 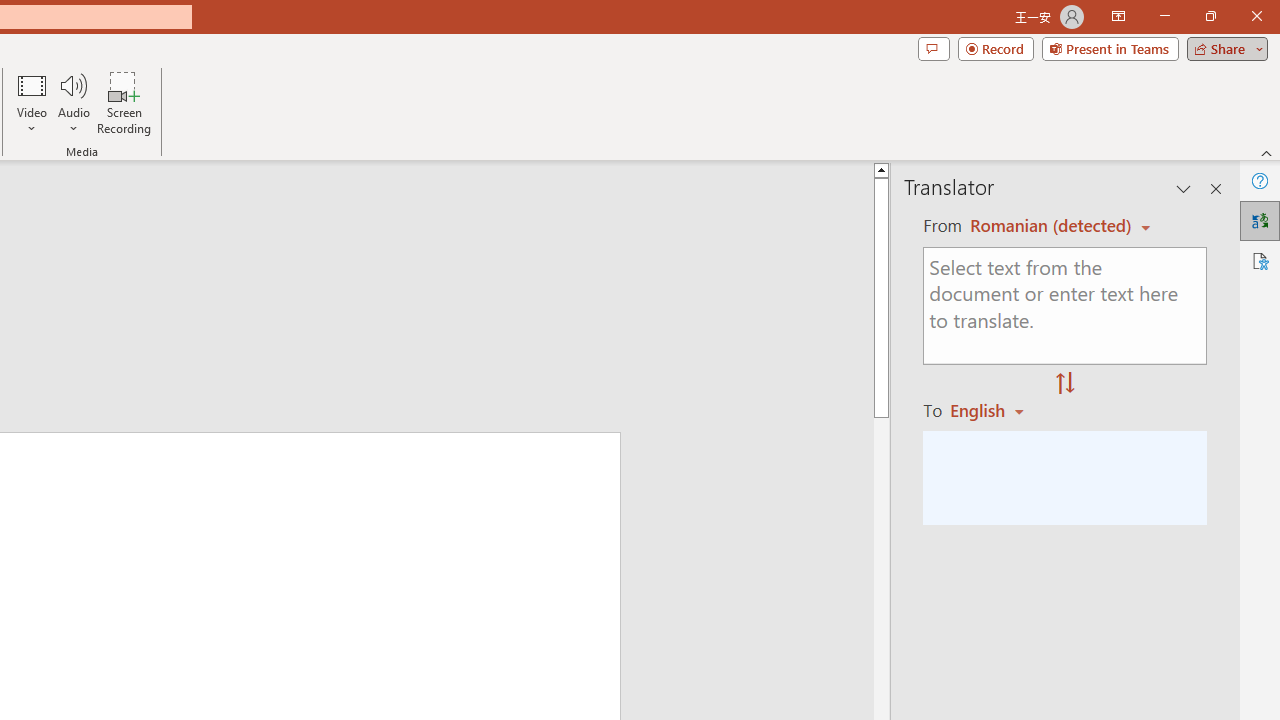 What do you see at coordinates (1046, 225) in the screenshot?
I see `'Romanian (detected)'` at bounding box center [1046, 225].